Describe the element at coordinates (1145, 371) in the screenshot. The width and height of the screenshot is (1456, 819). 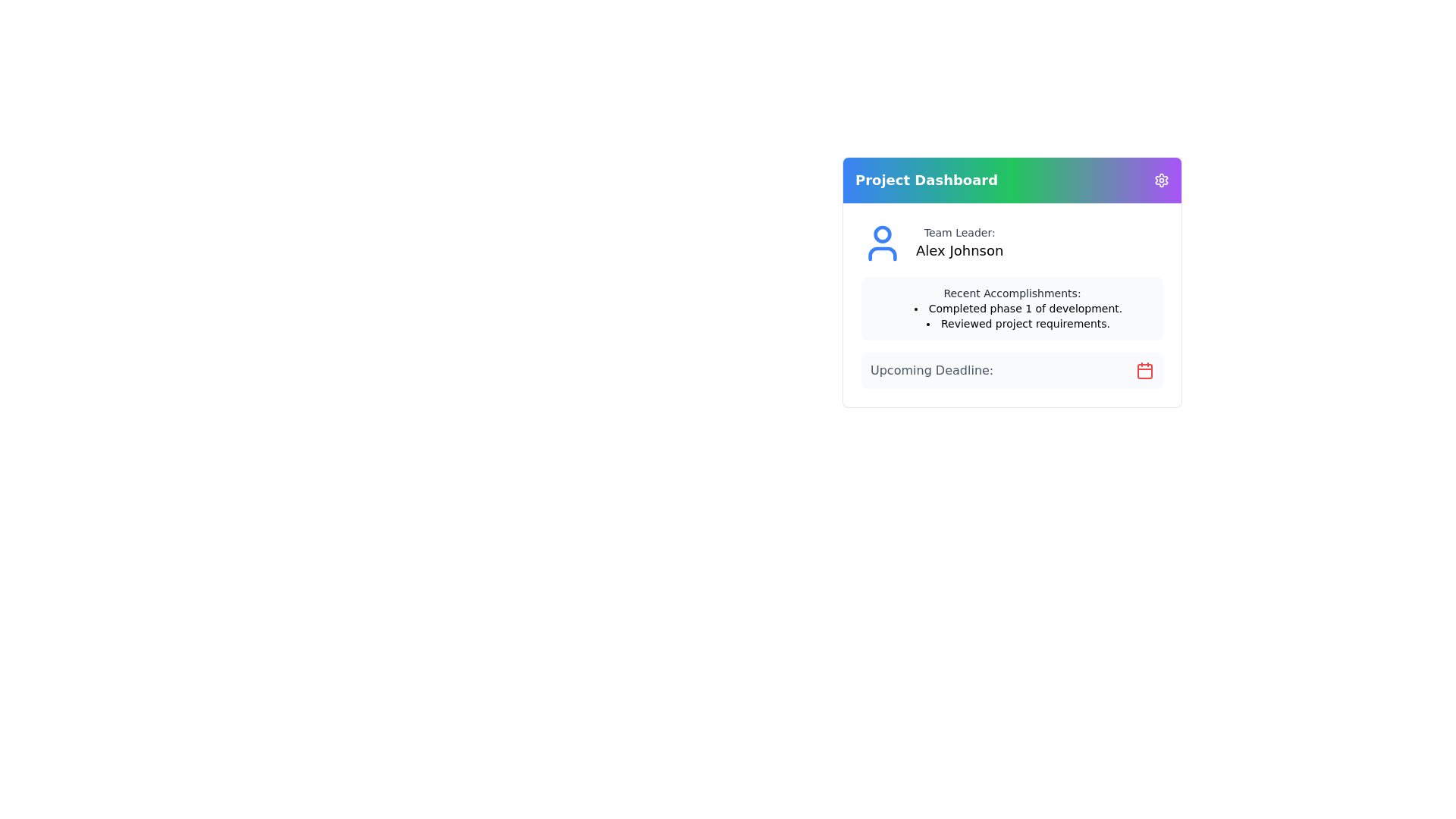
I see `the icon located at the far right side of the 'Upcoming Deadline:' section in the 'Project Dashboard'` at that location.